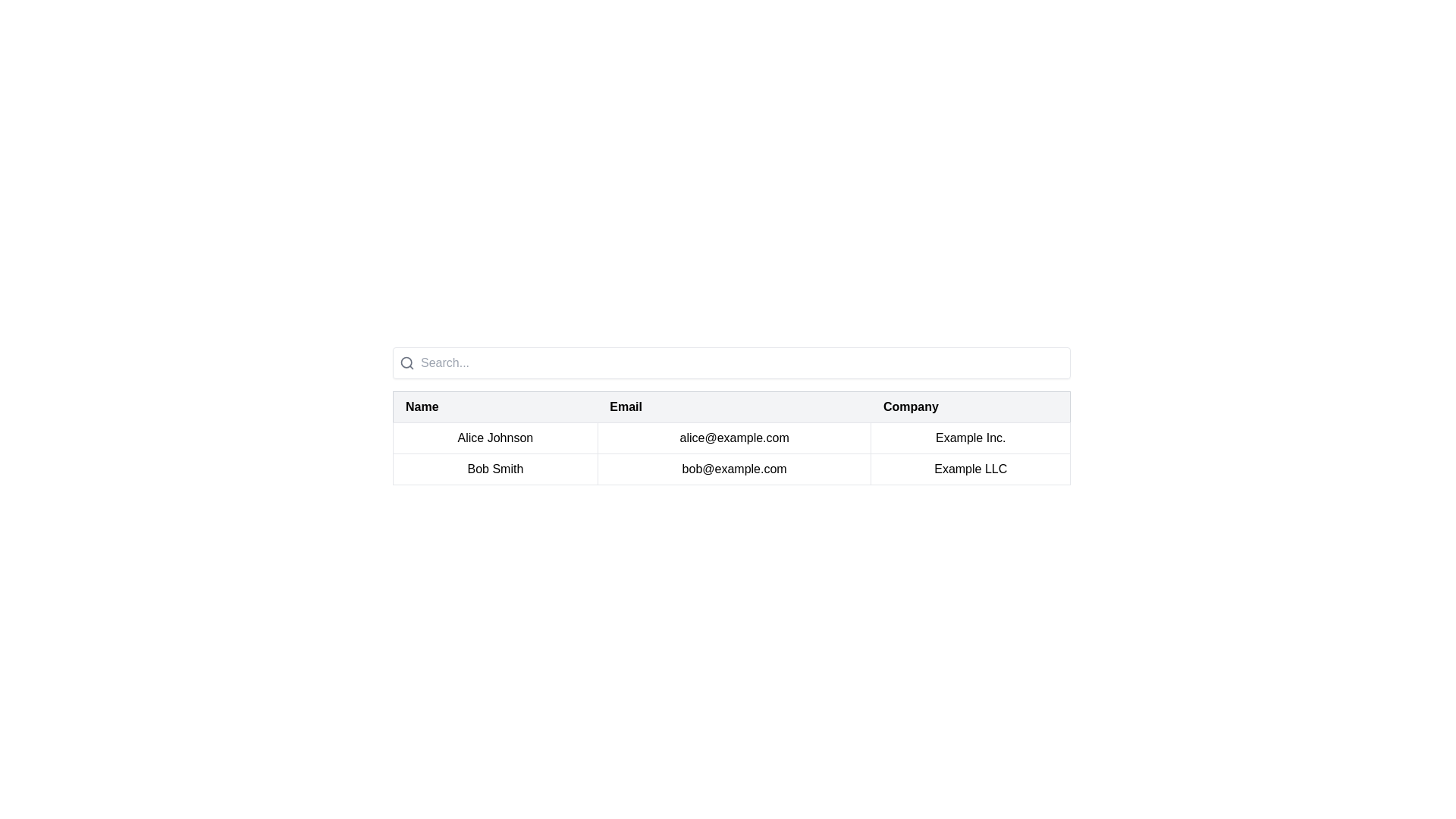 The height and width of the screenshot is (819, 1456). What do you see at coordinates (910, 406) in the screenshot?
I see `the 'Company' text label, which is the header of the last column in the data table, styled in bold and capitalized letters` at bounding box center [910, 406].